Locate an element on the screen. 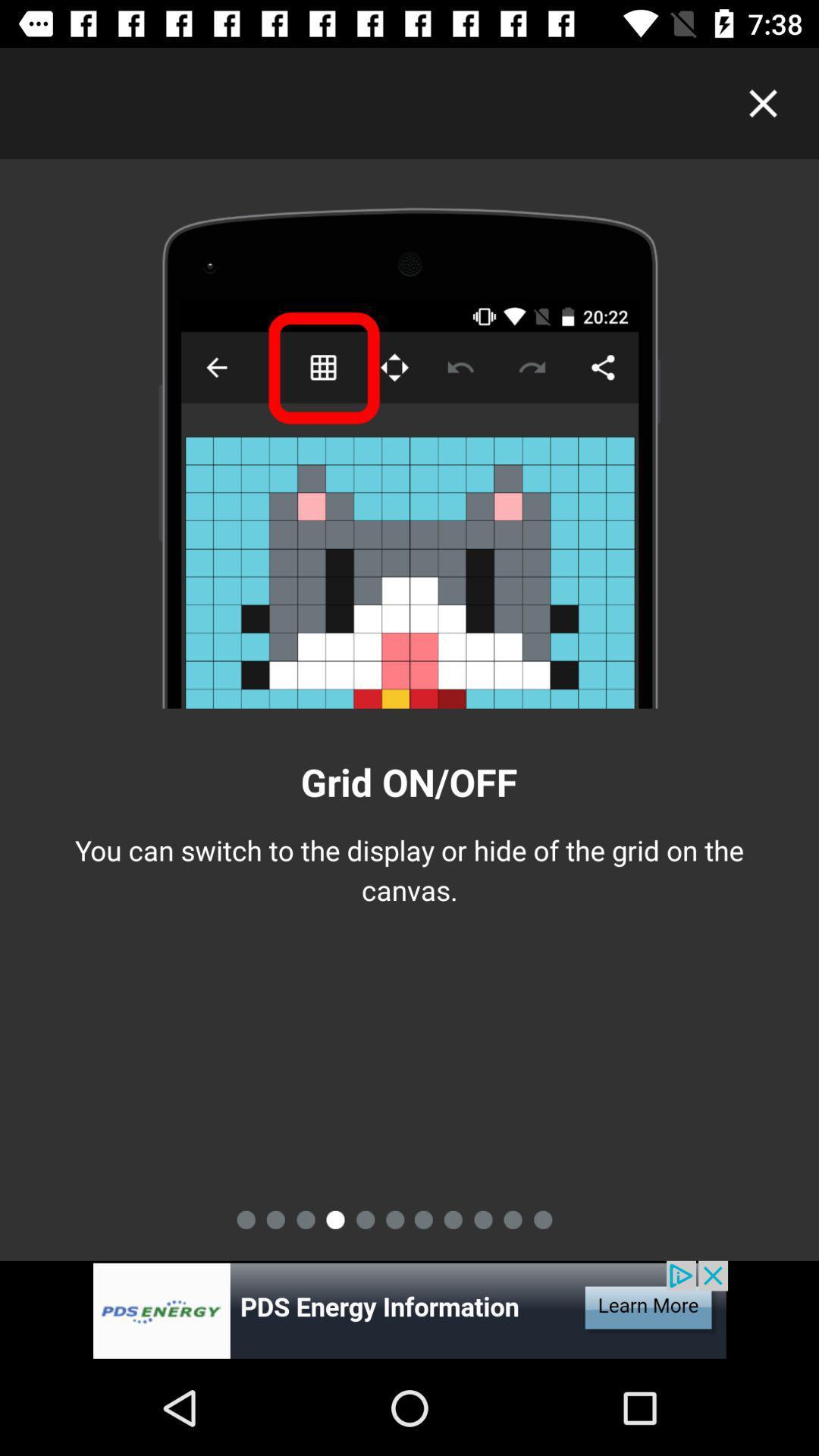  app is located at coordinates (763, 102).